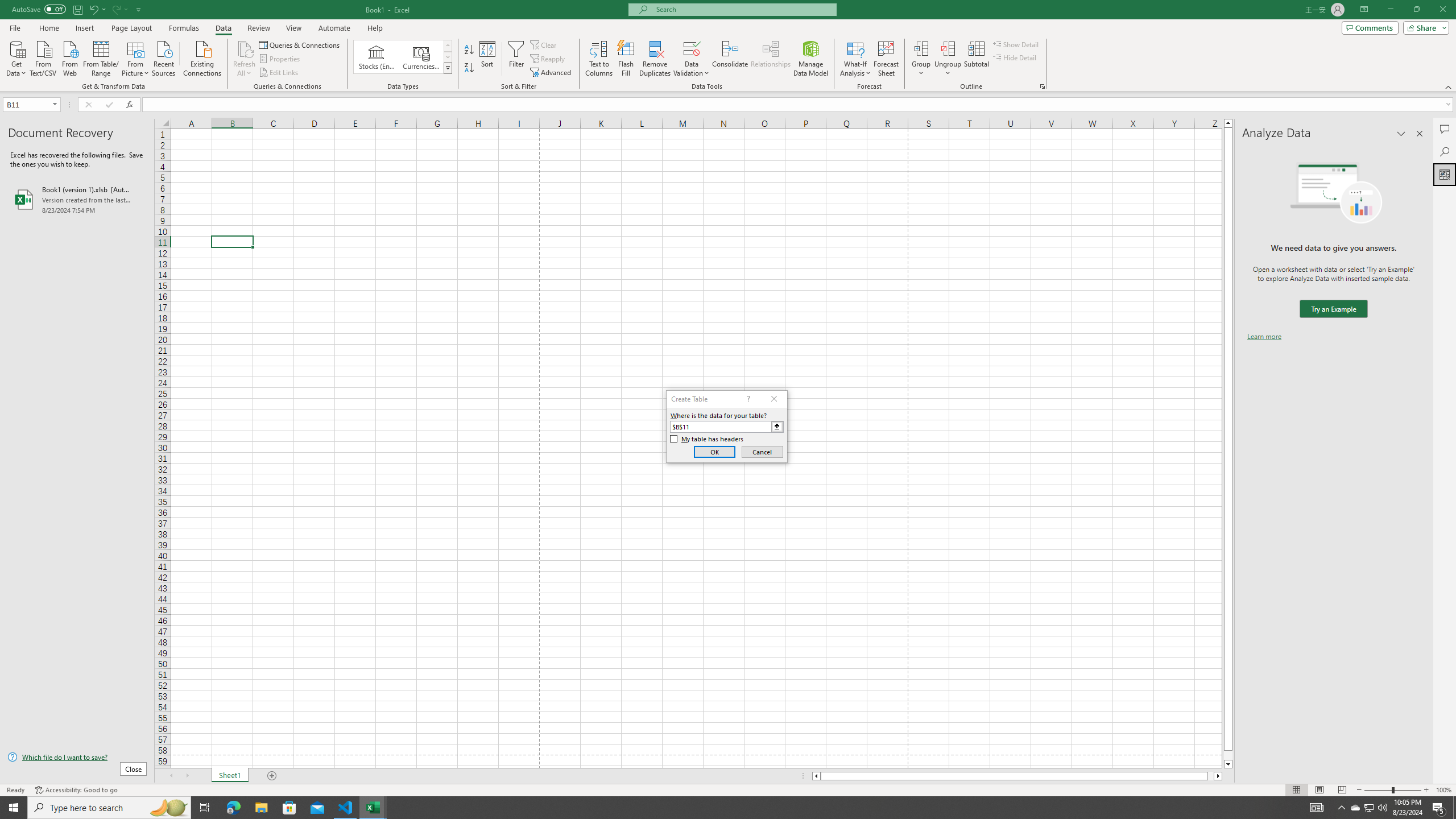 The image size is (1456, 819). I want to click on 'Consolidate...', so click(730, 59).